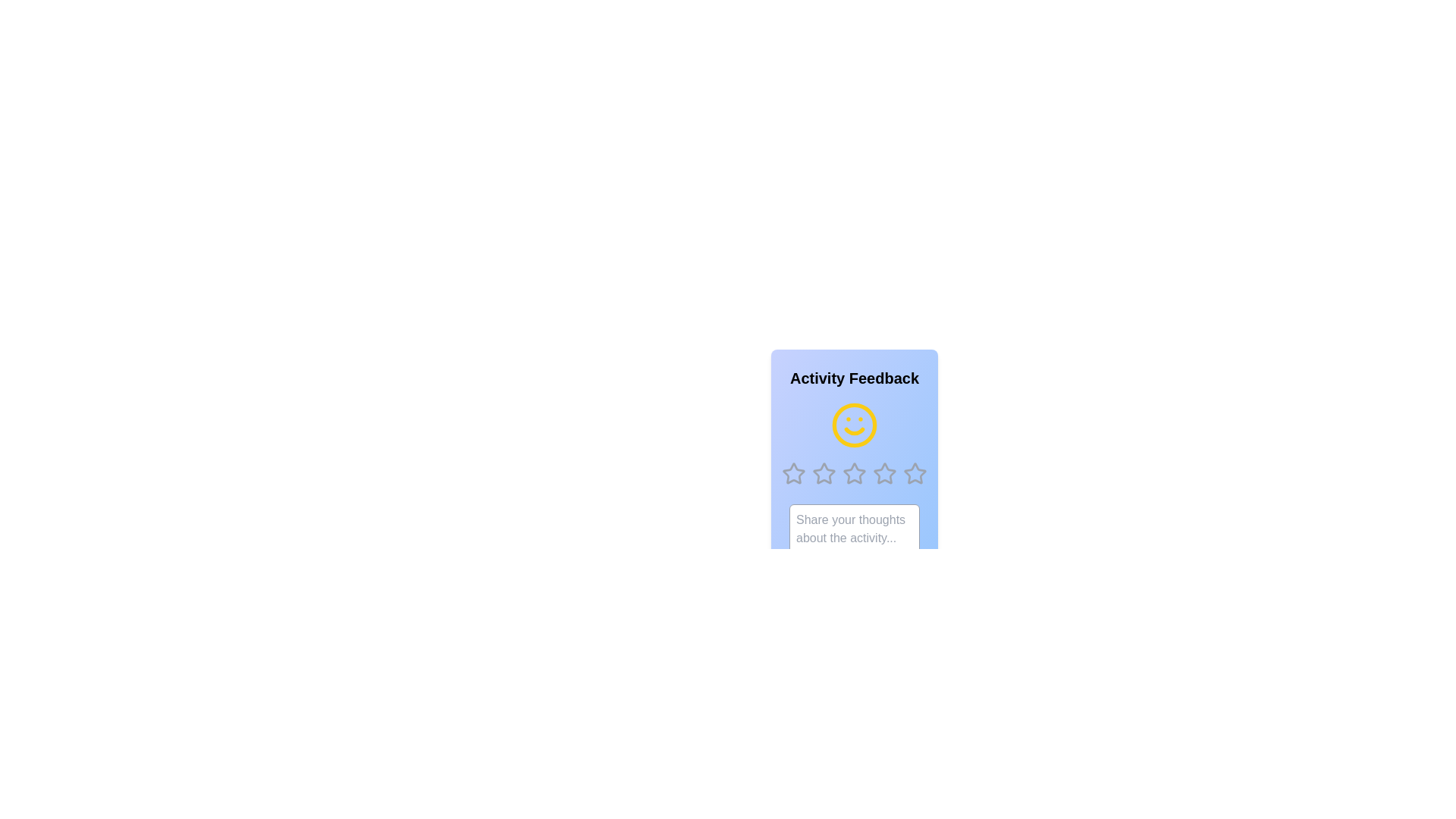  I want to click on the fifth star icon in the rating system located below 'Activity Feedback' to indicate a rating of five out of six, so click(884, 472).